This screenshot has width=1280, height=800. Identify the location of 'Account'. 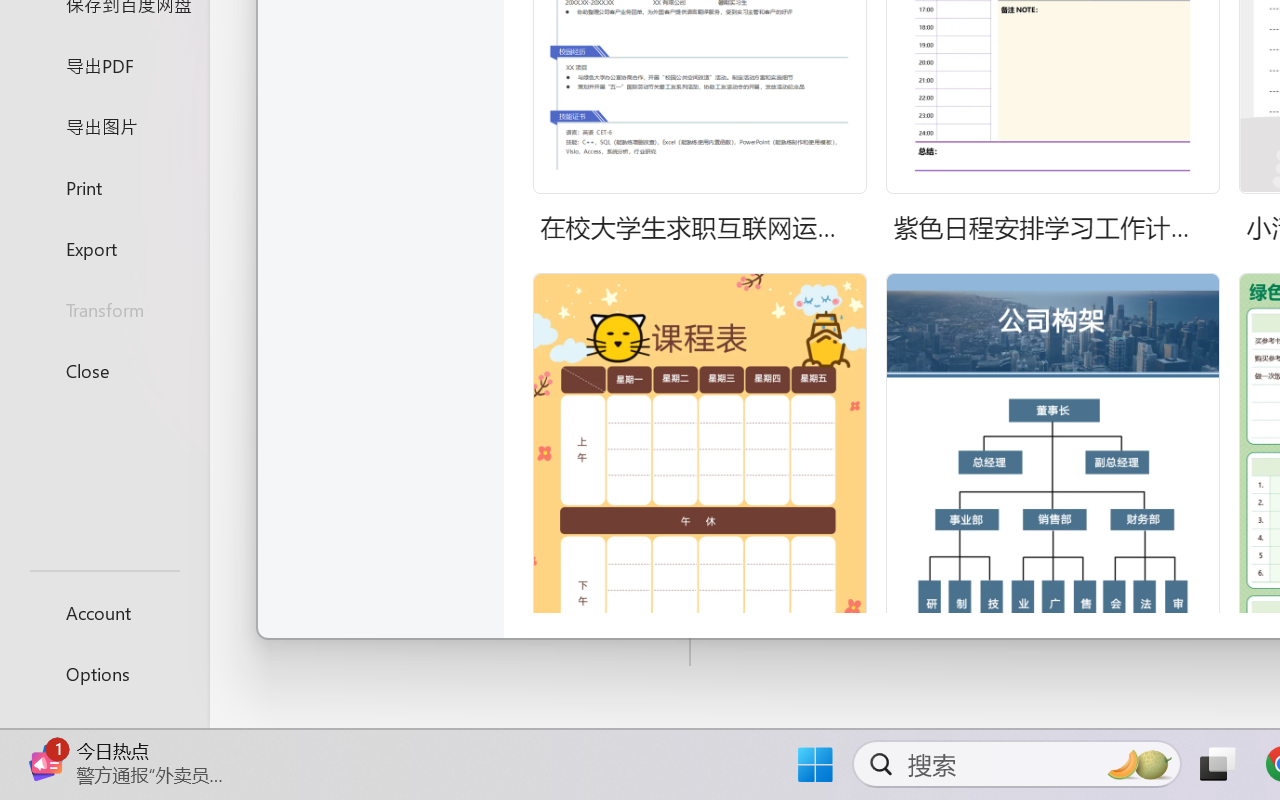
(103, 612).